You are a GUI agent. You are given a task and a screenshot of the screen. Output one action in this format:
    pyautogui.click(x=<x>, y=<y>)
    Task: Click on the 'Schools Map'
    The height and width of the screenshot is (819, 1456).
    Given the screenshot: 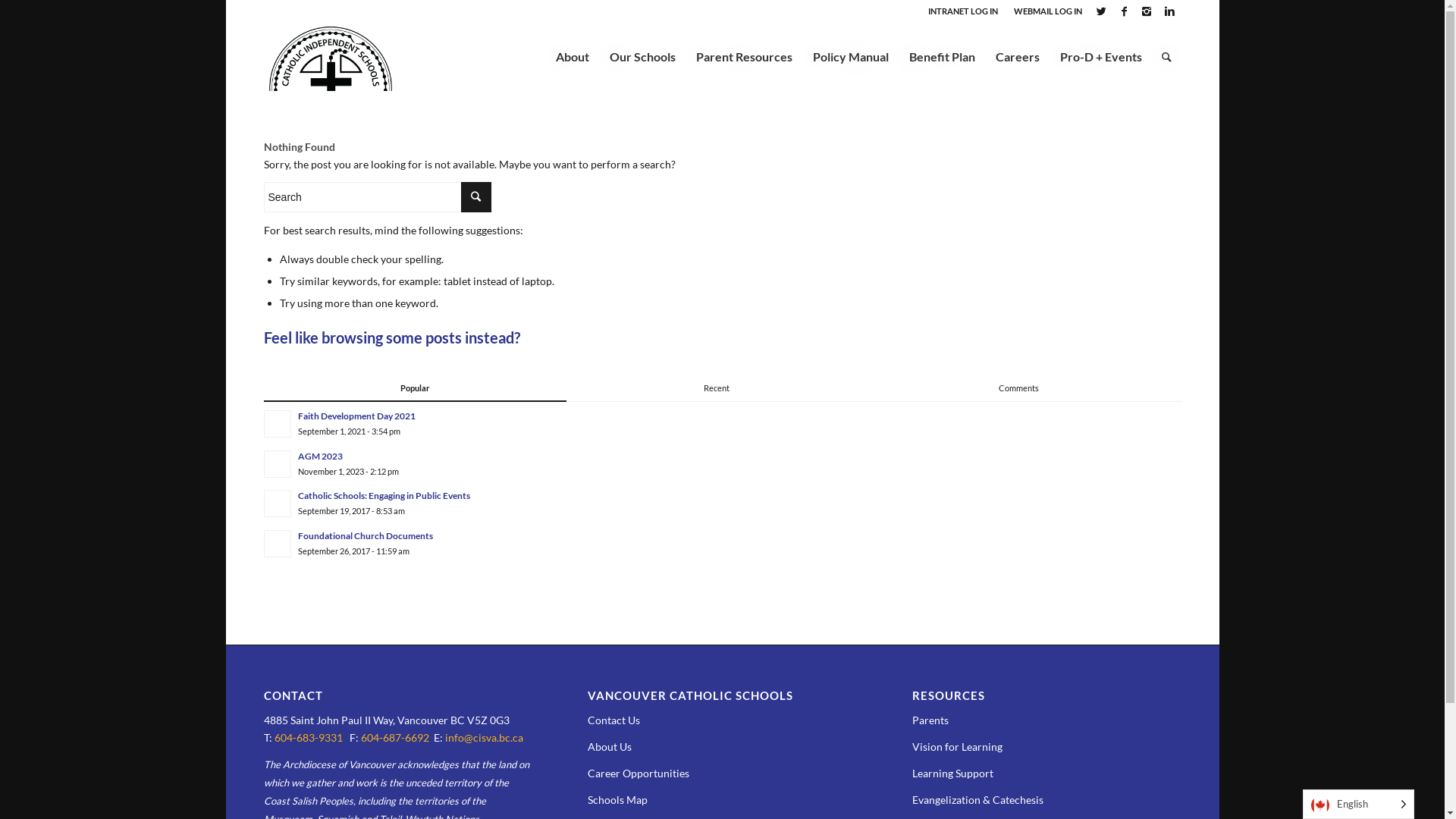 What is the action you would take?
    pyautogui.click(x=617, y=799)
    